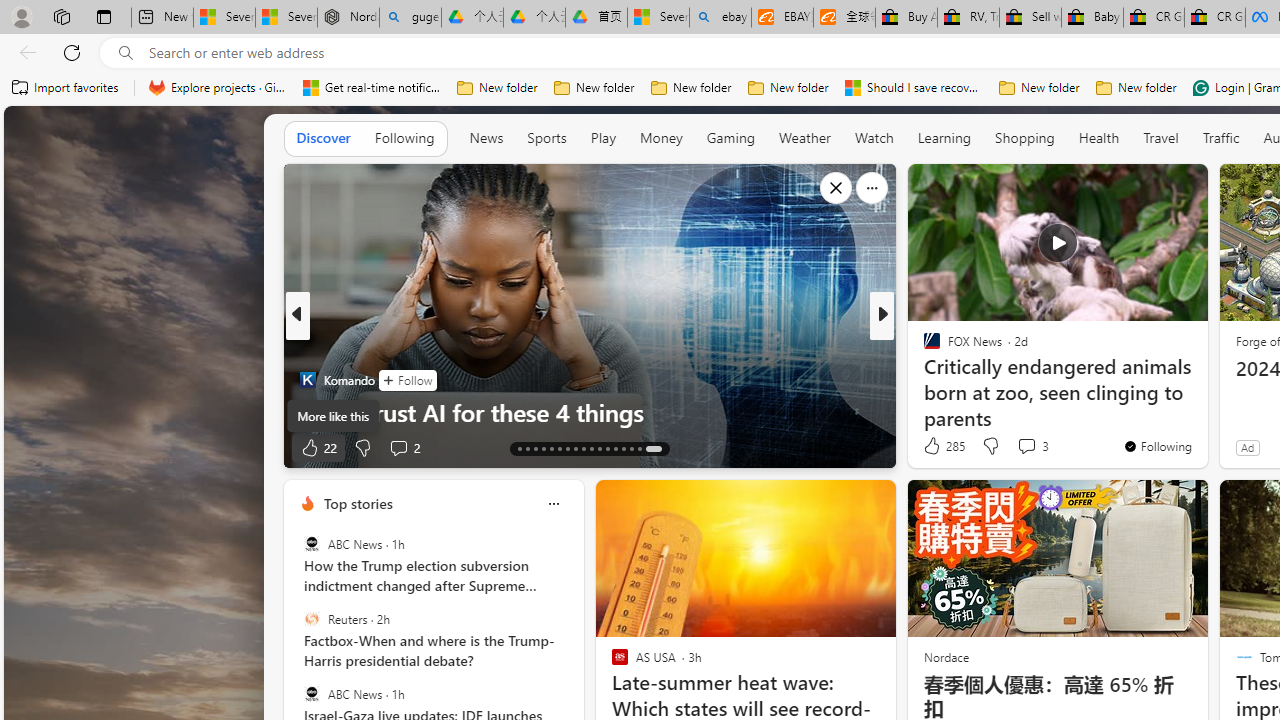 This screenshot has height=720, width=1280. I want to click on 'guge yunpan - Search', so click(409, 17).